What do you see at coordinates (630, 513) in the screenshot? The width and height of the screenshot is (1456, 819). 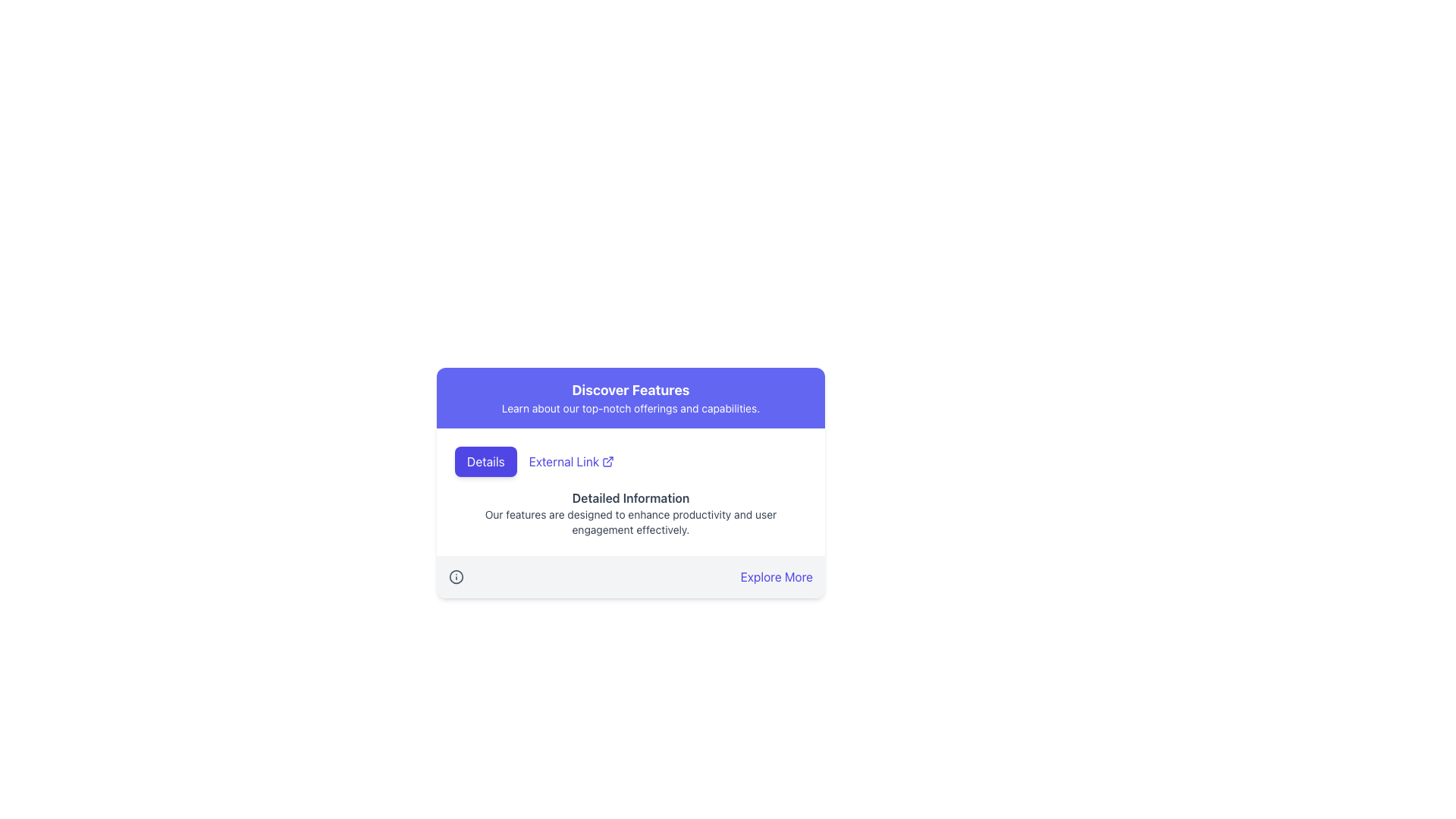 I see `the surrounding elements of the explanatory Text block that provides information about the application features, positioned below the 'Details' button and 'External Link' options` at bounding box center [630, 513].